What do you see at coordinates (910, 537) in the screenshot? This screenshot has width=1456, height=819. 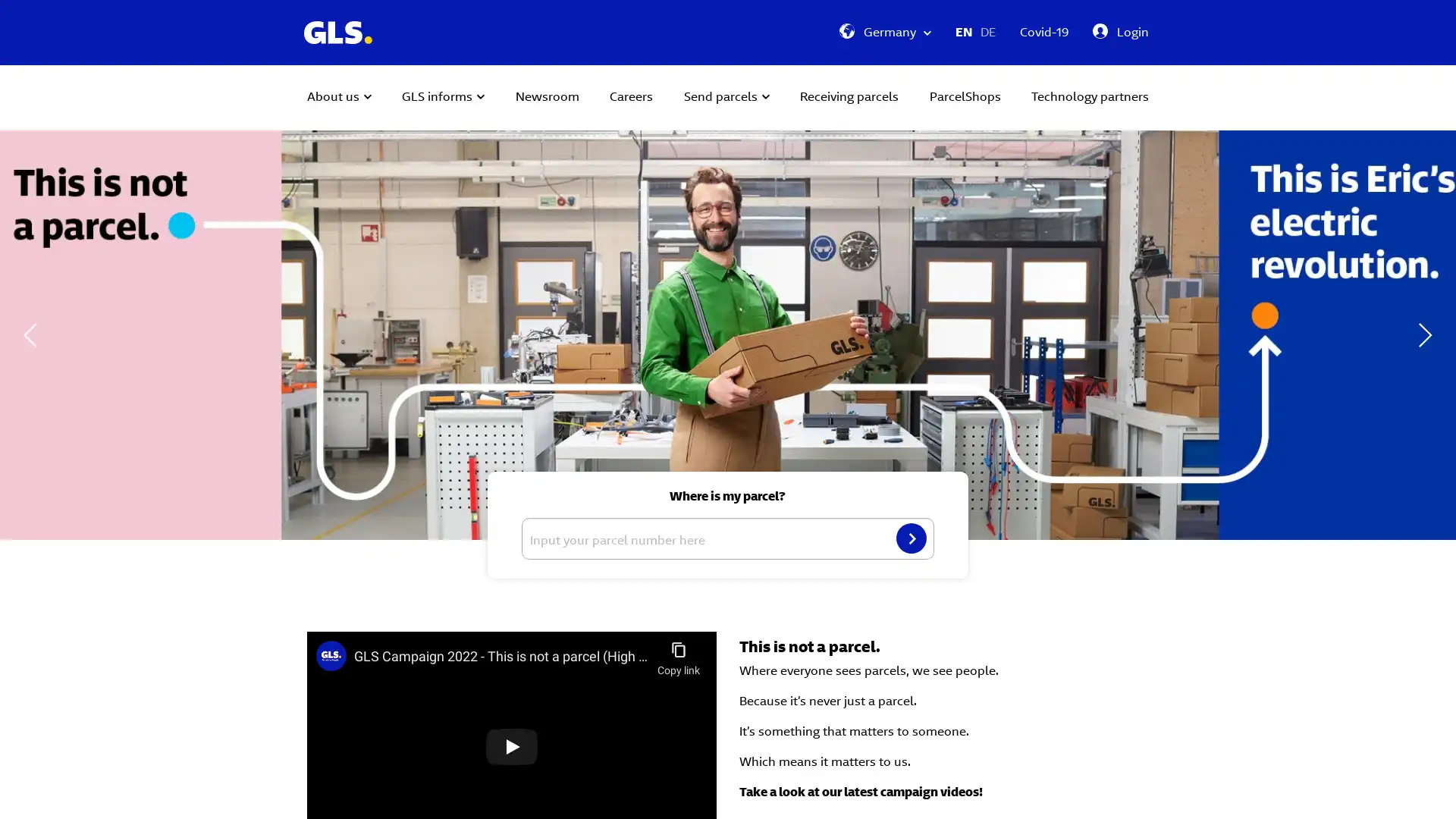 I see `Search` at bounding box center [910, 537].